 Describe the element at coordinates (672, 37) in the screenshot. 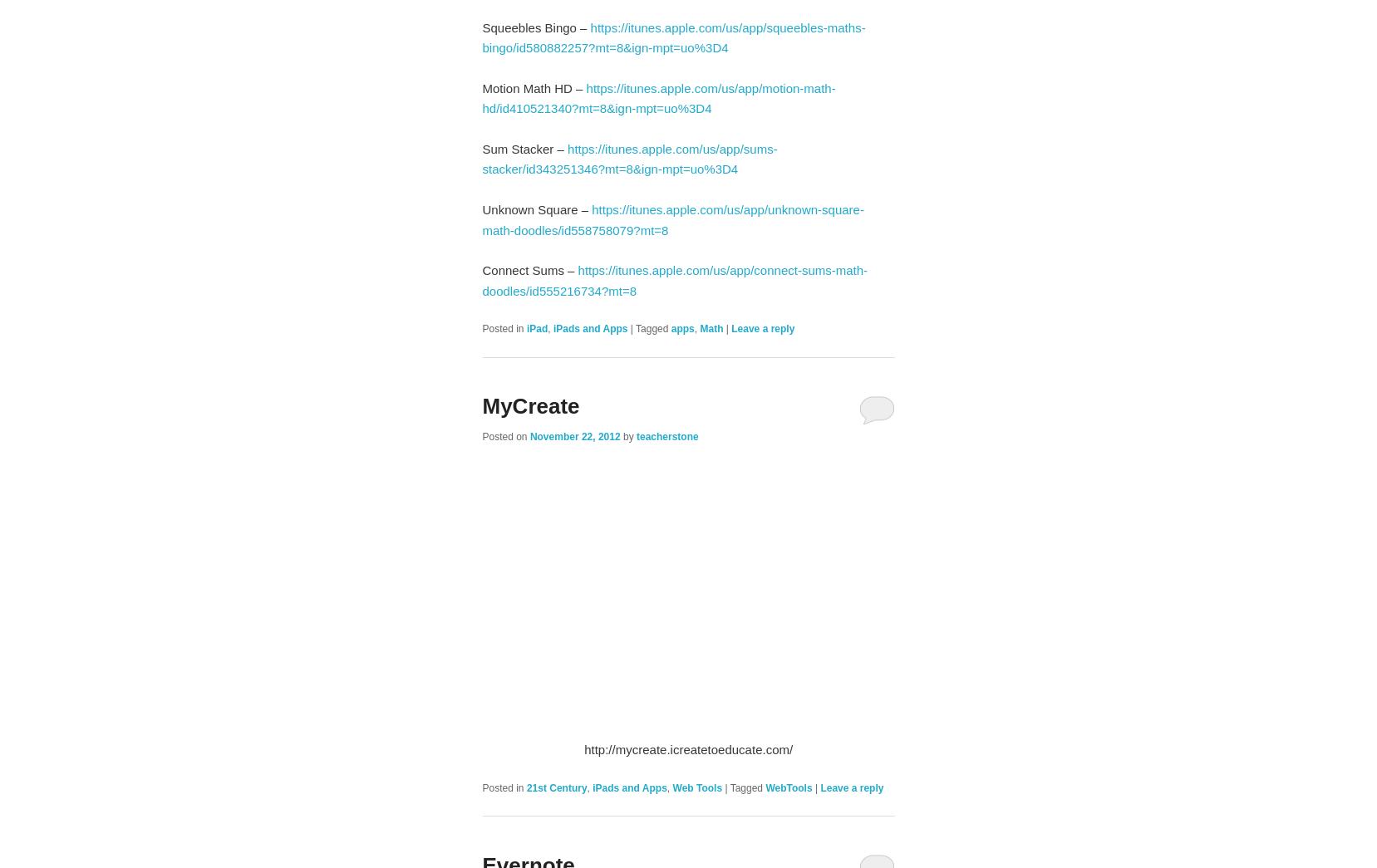

I see `'https://itunes.apple.com/us/app/squeebles-maths-bingo/id580882257?mt=8&ign-mpt=uo%3D4'` at that location.